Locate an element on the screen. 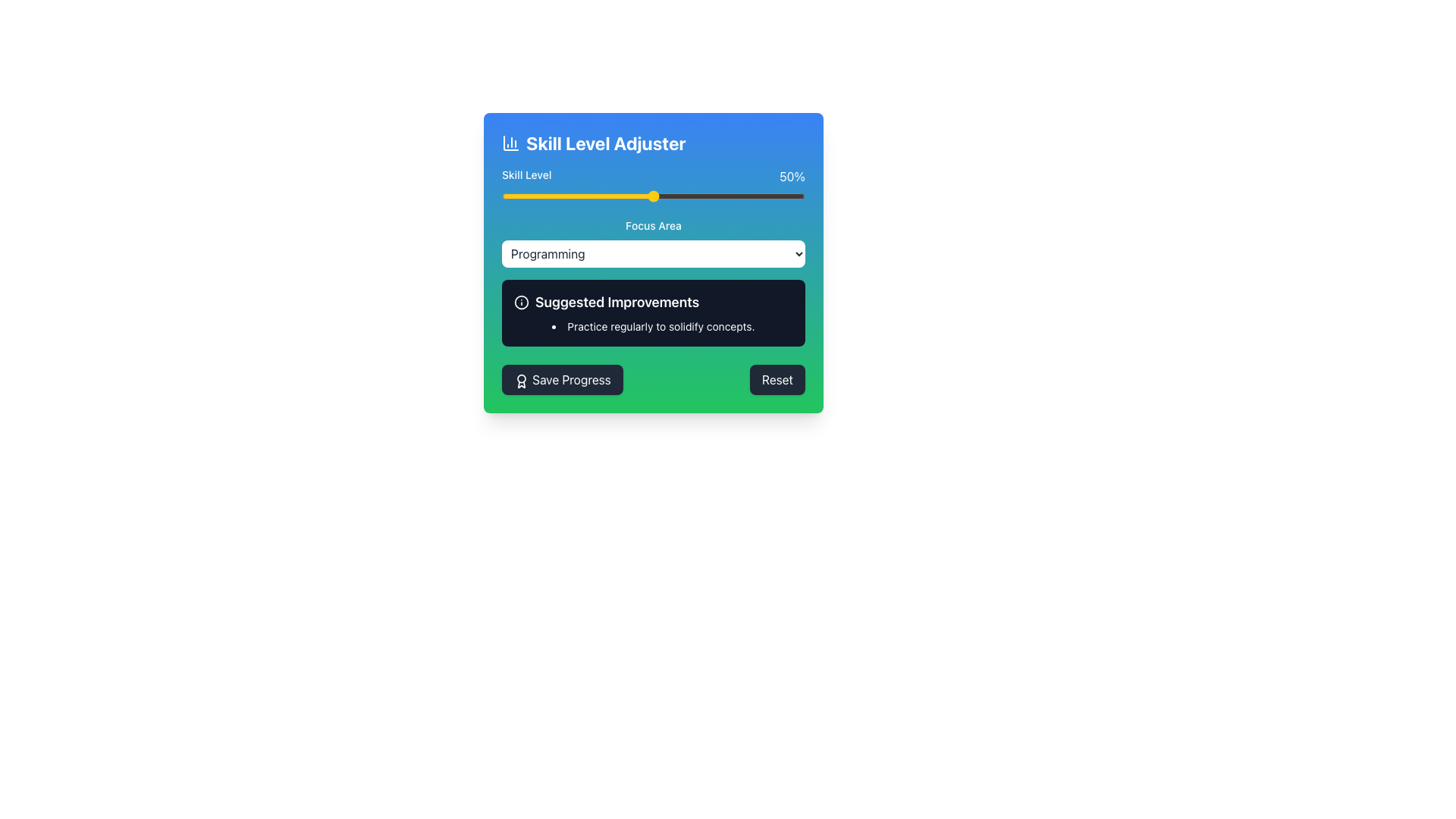  the slider is located at coordinates (679, 195).